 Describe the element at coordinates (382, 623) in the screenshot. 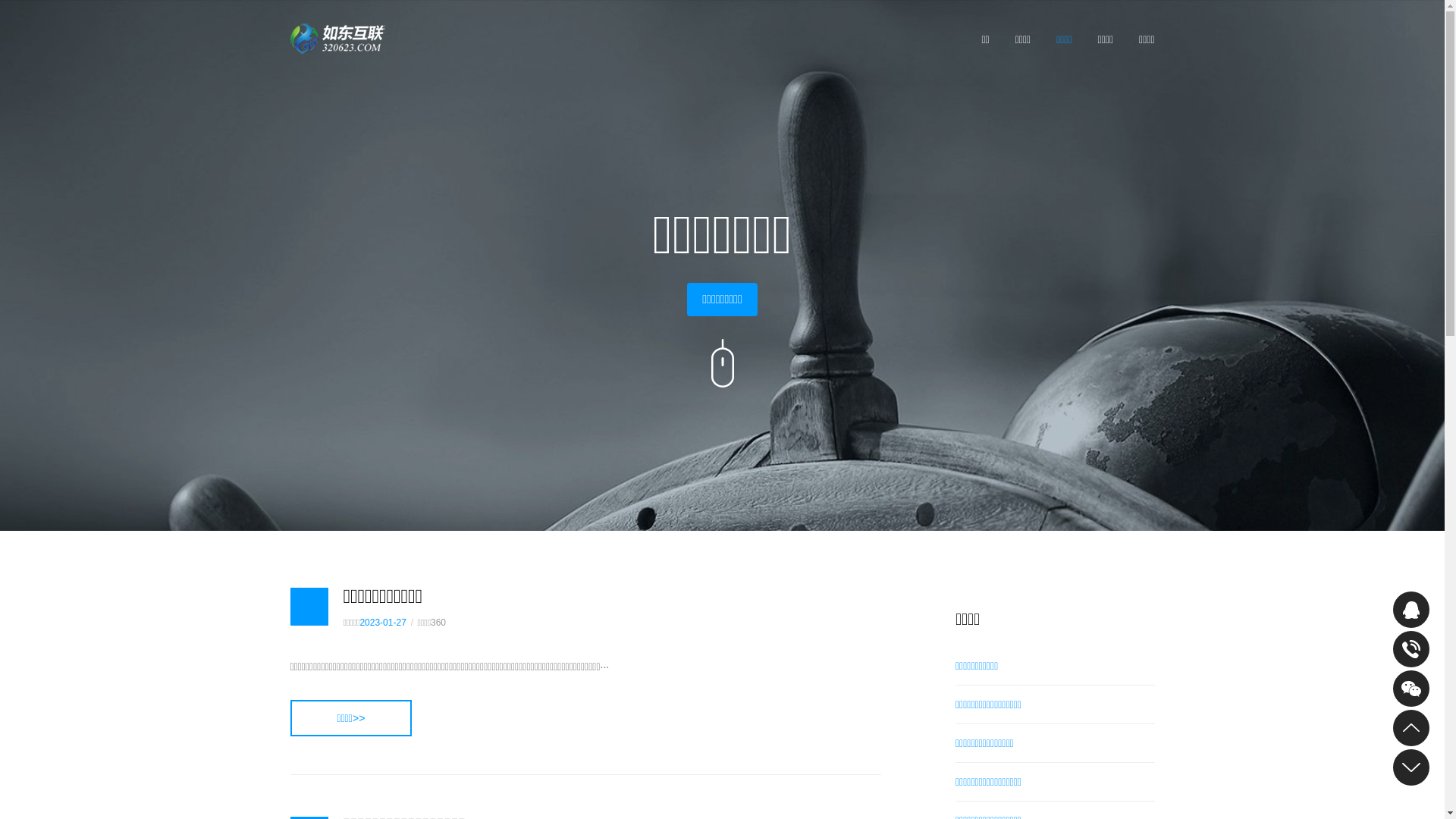

I see `'2023-01-27'` at that location.